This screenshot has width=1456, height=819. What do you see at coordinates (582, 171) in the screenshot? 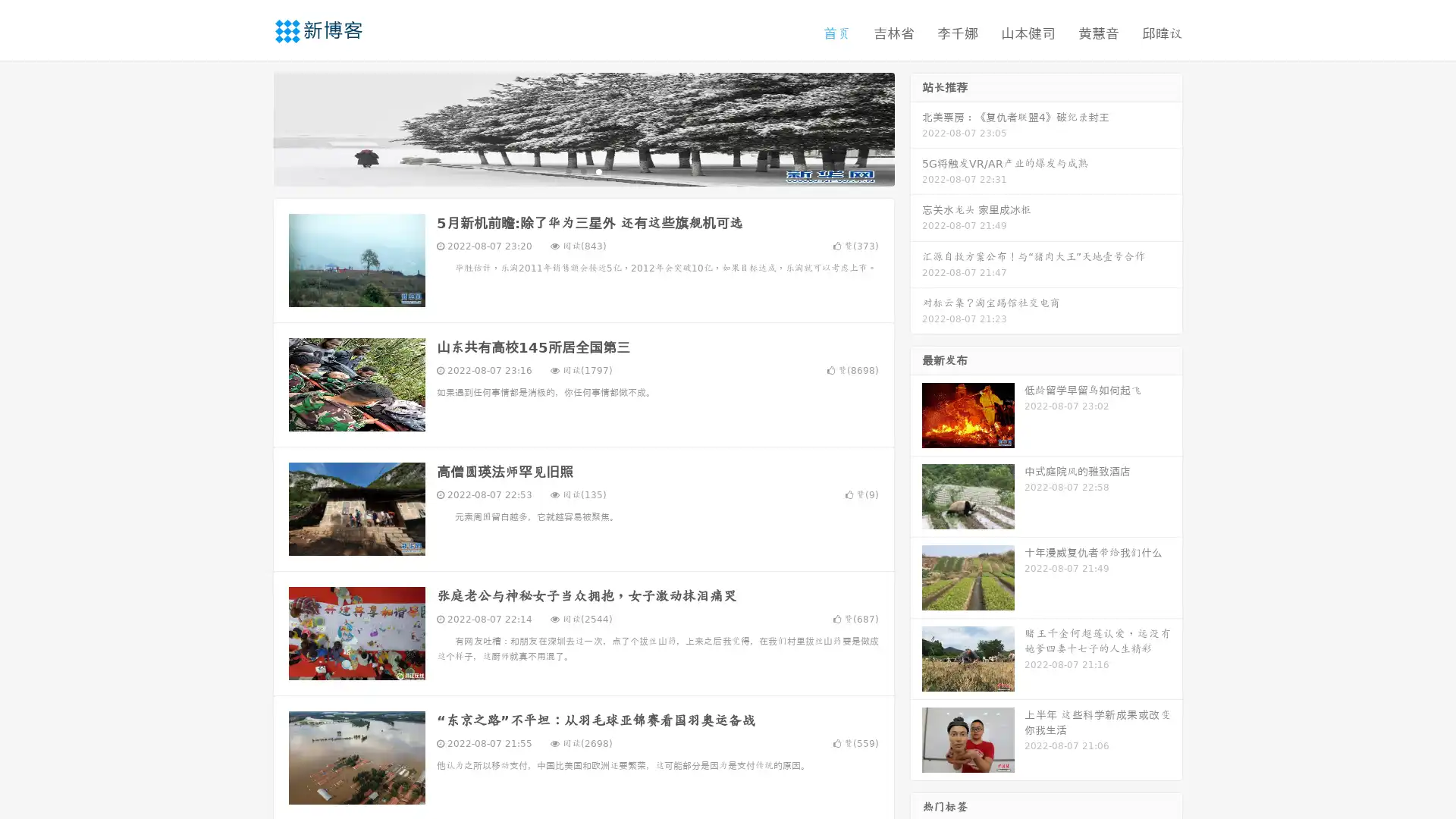
I see `Go to slide 2` at bounding box center [582, 171].